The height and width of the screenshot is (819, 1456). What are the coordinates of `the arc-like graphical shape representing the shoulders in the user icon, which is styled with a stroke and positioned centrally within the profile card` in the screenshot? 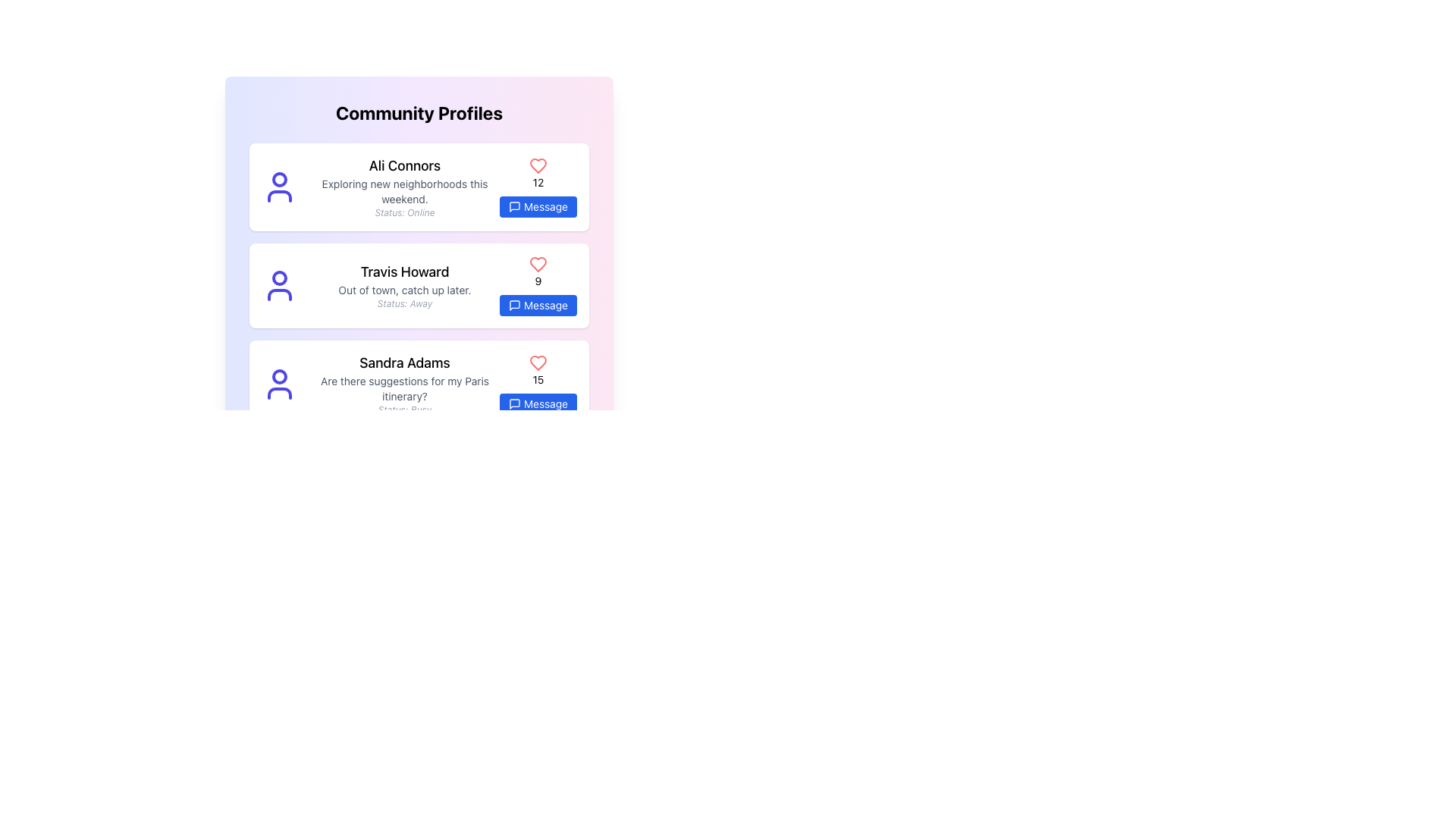 It's located at (280, 195).